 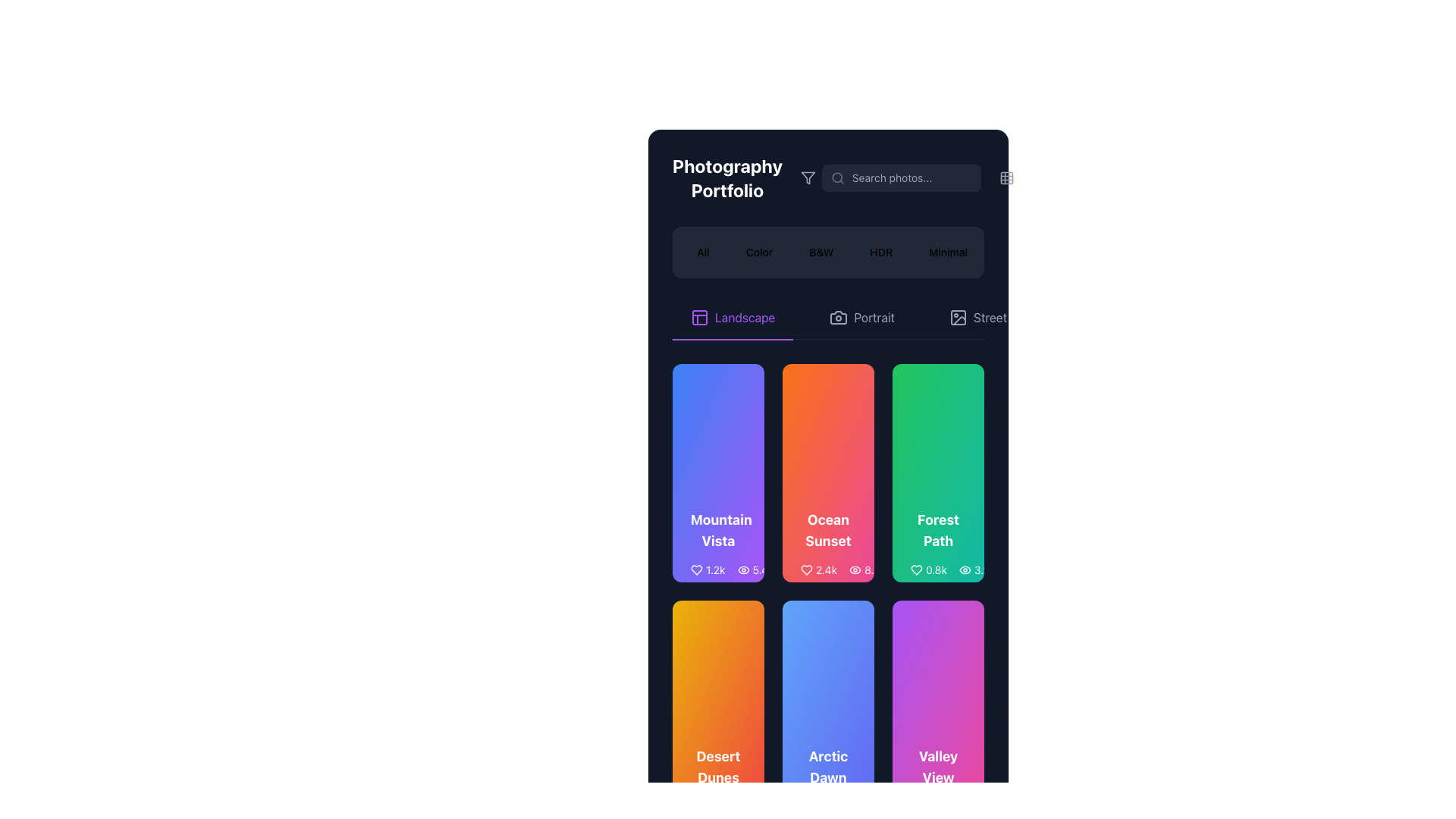 What do you see at coordinates (800, 570) in the screenshot?
I see `the 'like' button associated with the 'Ocean Sunset' post` at bounding box center [800, 570].